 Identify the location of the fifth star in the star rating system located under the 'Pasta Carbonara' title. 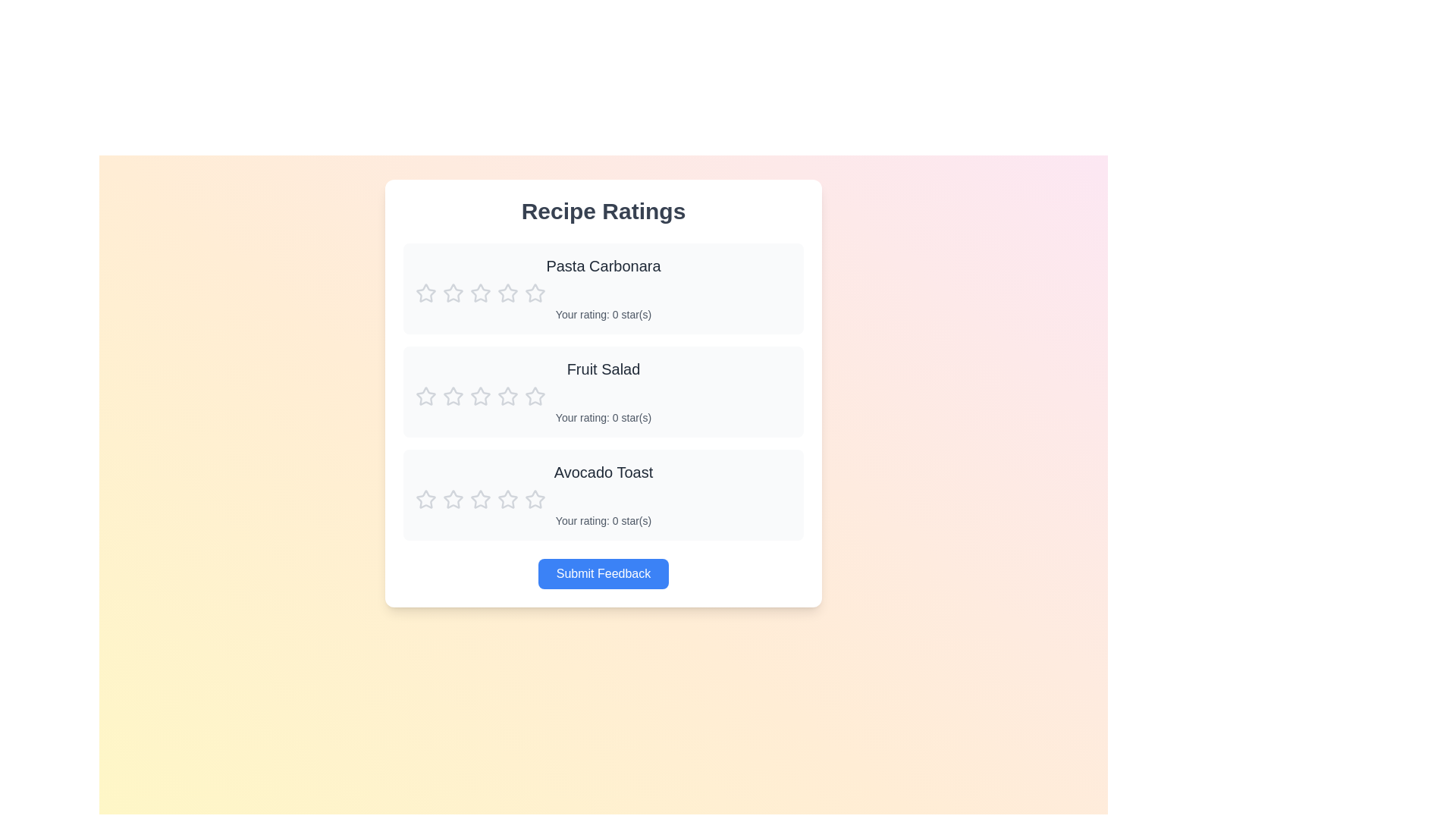
(508, 293).